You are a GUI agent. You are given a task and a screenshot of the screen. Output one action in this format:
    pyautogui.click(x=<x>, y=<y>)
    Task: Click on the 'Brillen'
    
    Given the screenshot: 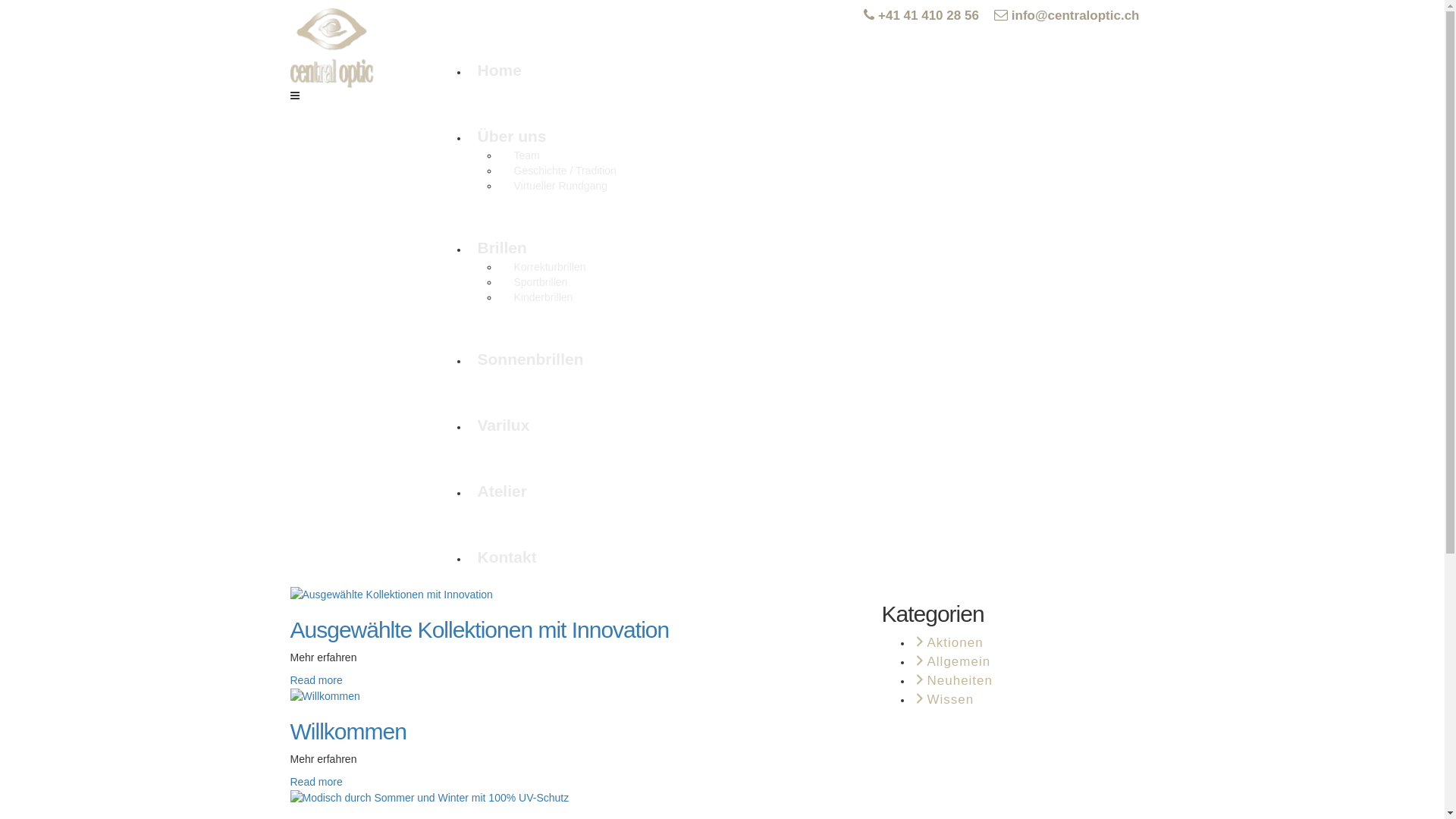 What is the action you would take?
    pyautogui.click(x=502, y=246)
    